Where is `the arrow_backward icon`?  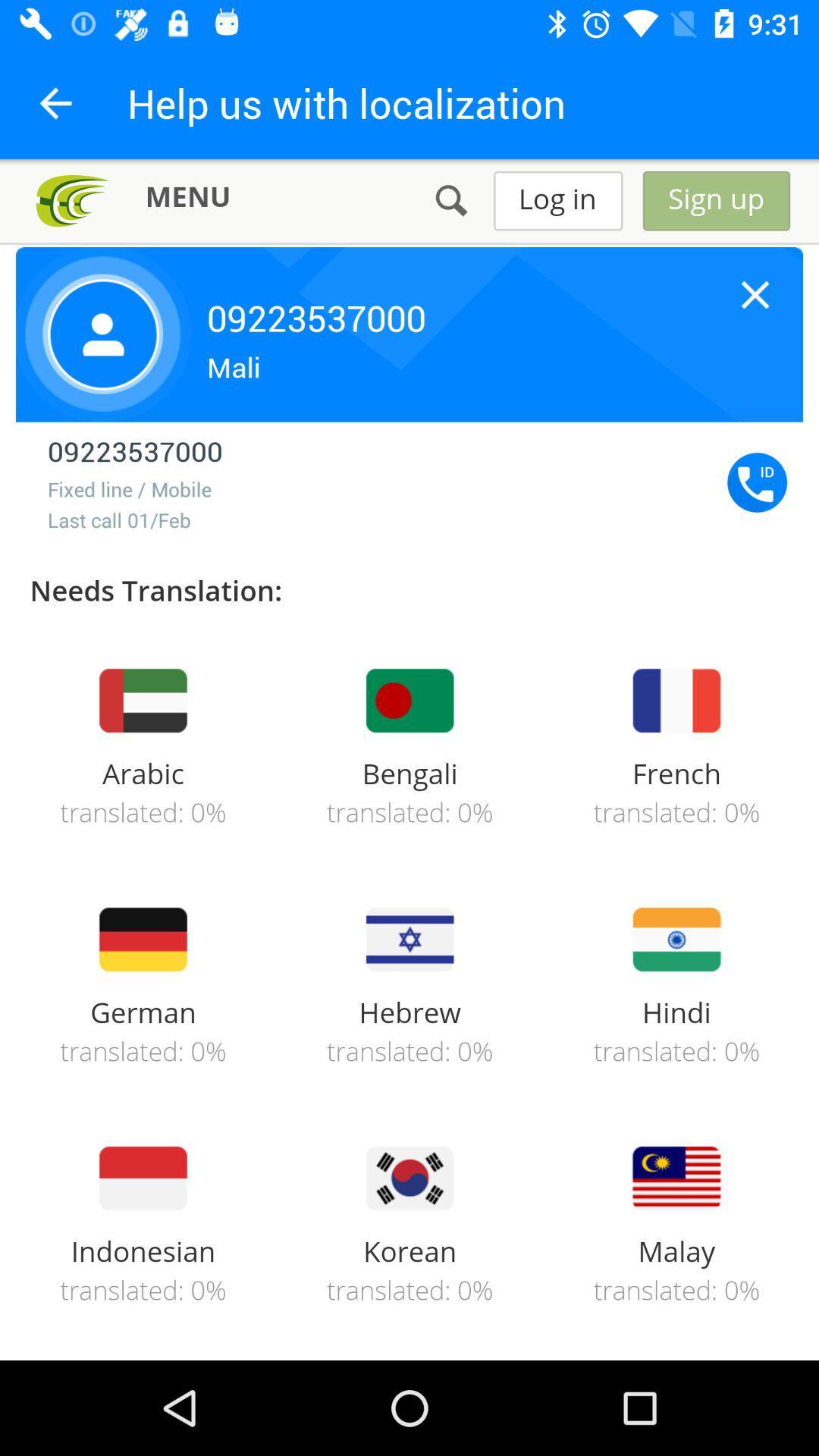
the arrow_backward icon is located at coordinates (55, 102).